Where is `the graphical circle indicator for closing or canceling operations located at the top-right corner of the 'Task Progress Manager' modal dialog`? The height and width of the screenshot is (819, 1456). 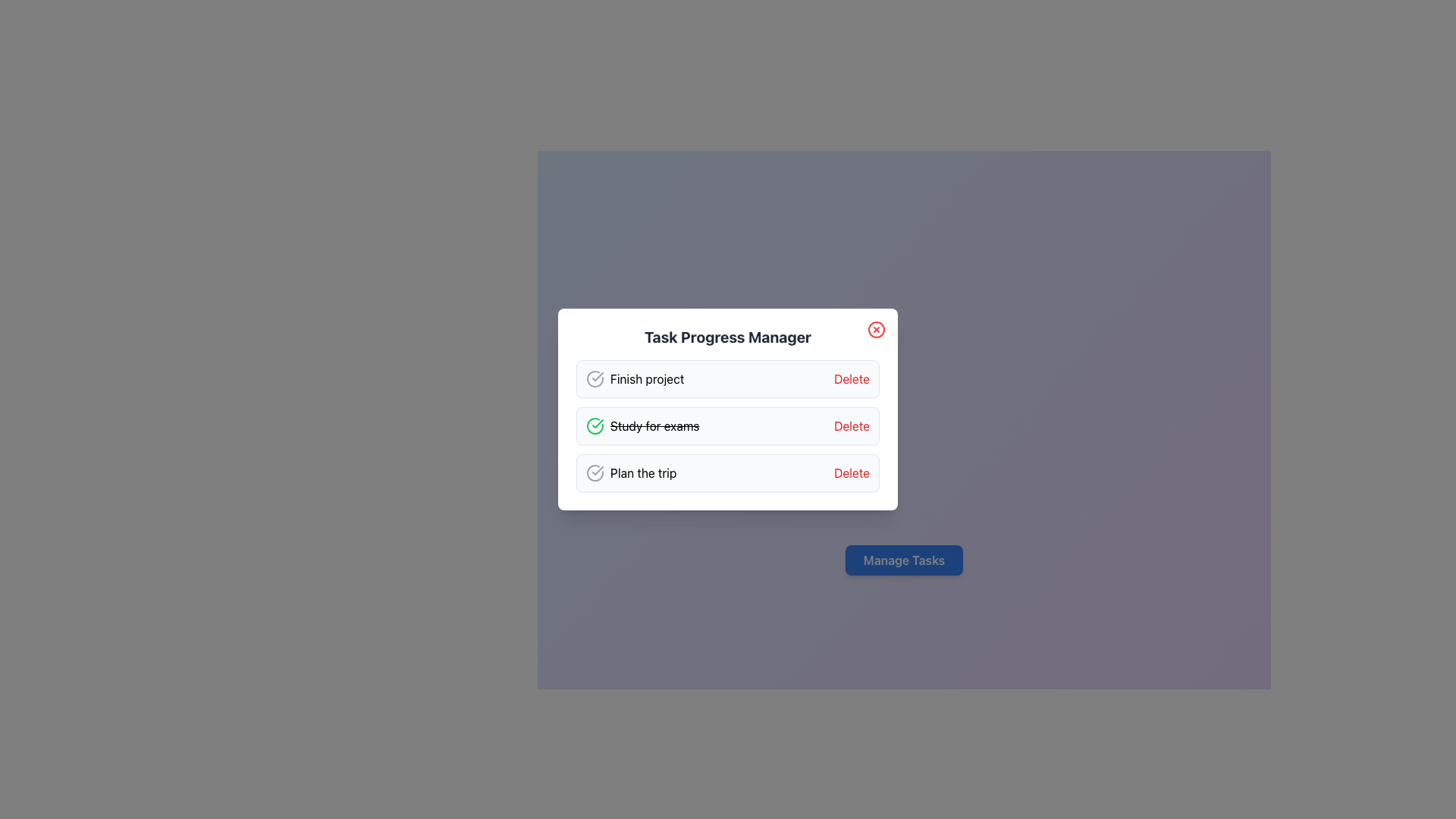 the graphical circle indicator for closing or canceling operations located at the top-right corner of the 'Task Progress Manager' modal dialog is located at coordinates (877, 329).